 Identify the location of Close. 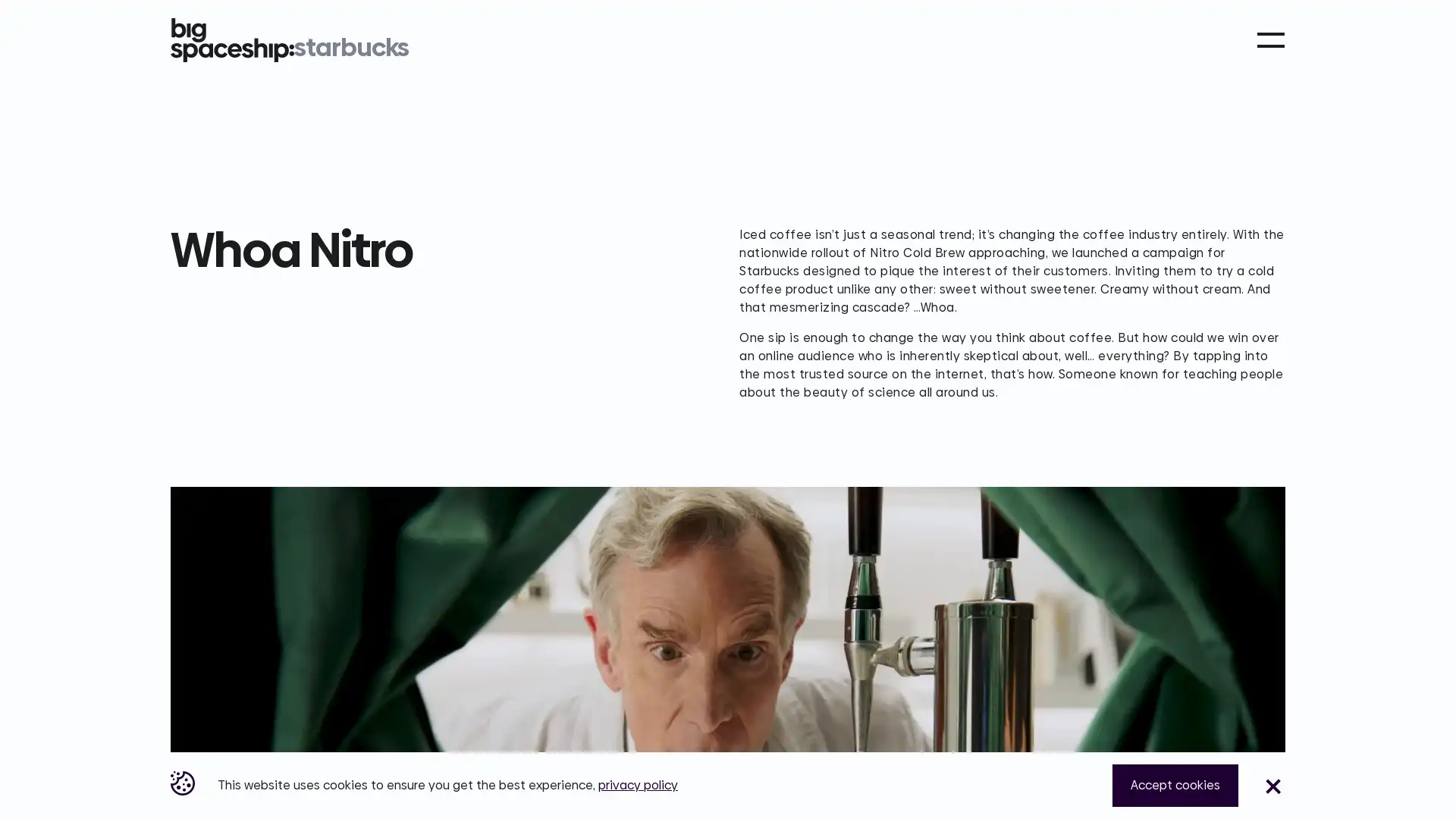
(1273, 786).